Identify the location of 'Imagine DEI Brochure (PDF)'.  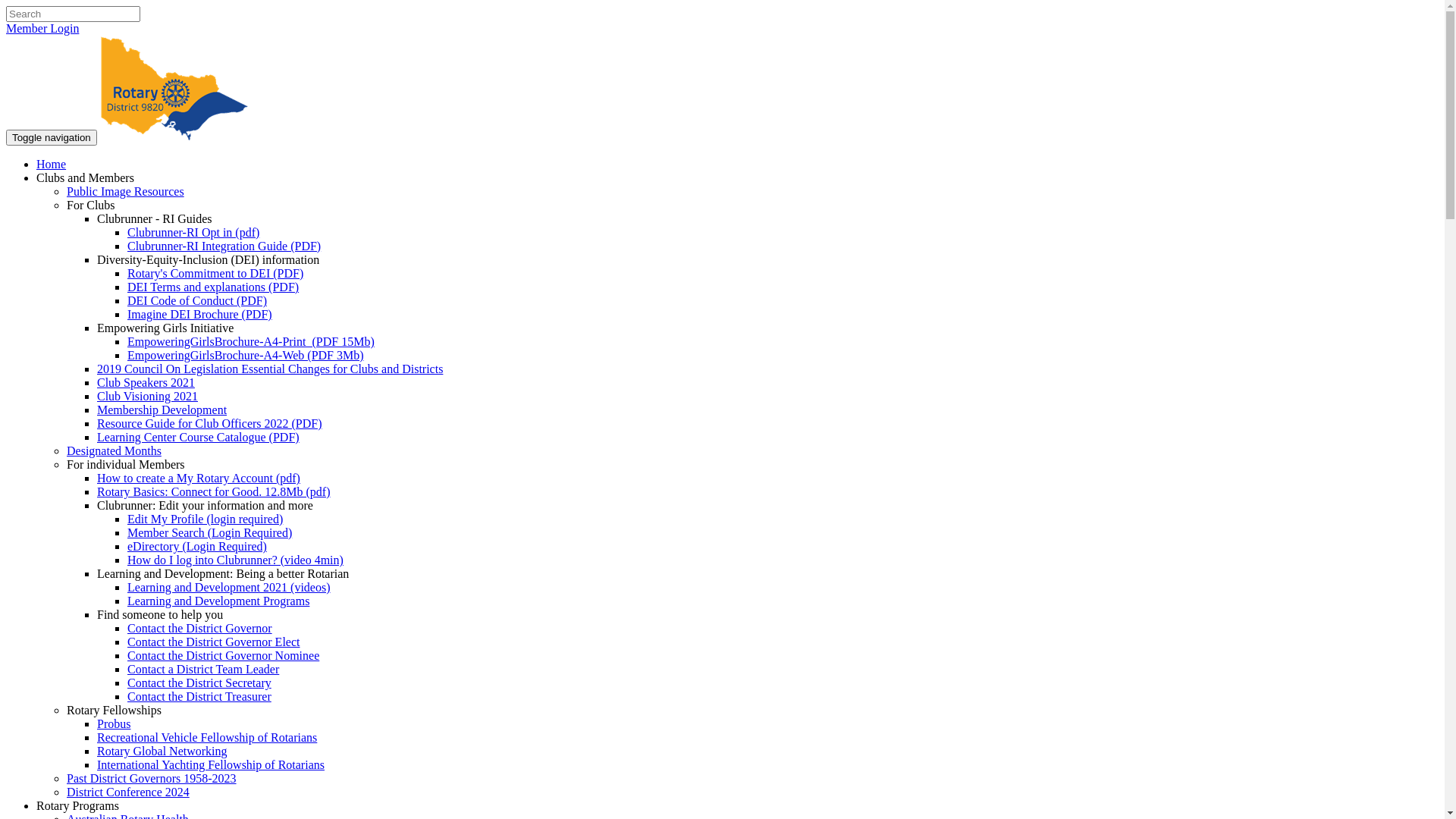
(127, 313).